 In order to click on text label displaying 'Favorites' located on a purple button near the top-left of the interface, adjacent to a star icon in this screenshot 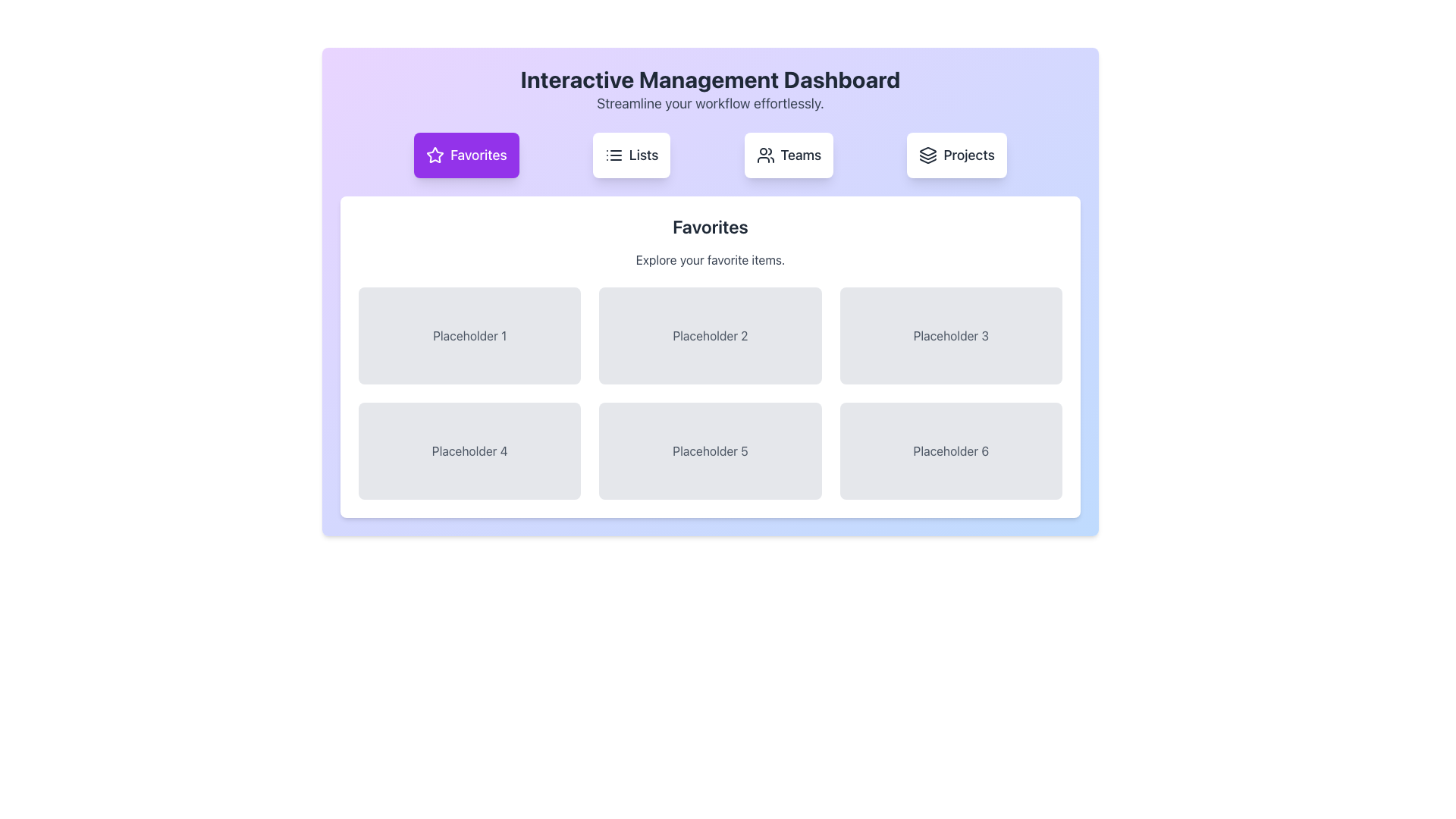, I will do `click(478, 155)`.